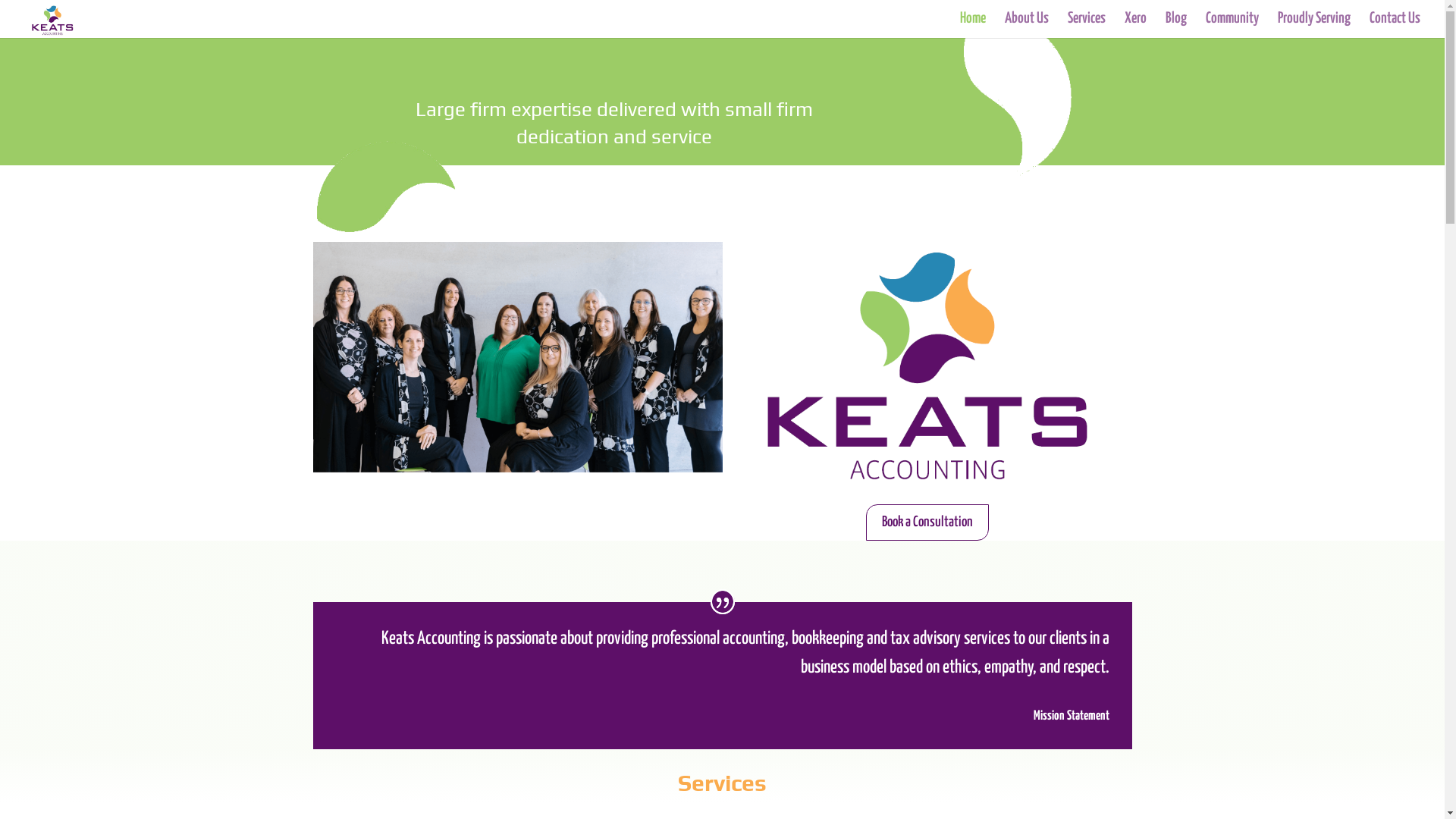  What do you see at coordinates (1175, 26) in the screenshot?
I see `'Blog'` at bounding box center [1175, 26].